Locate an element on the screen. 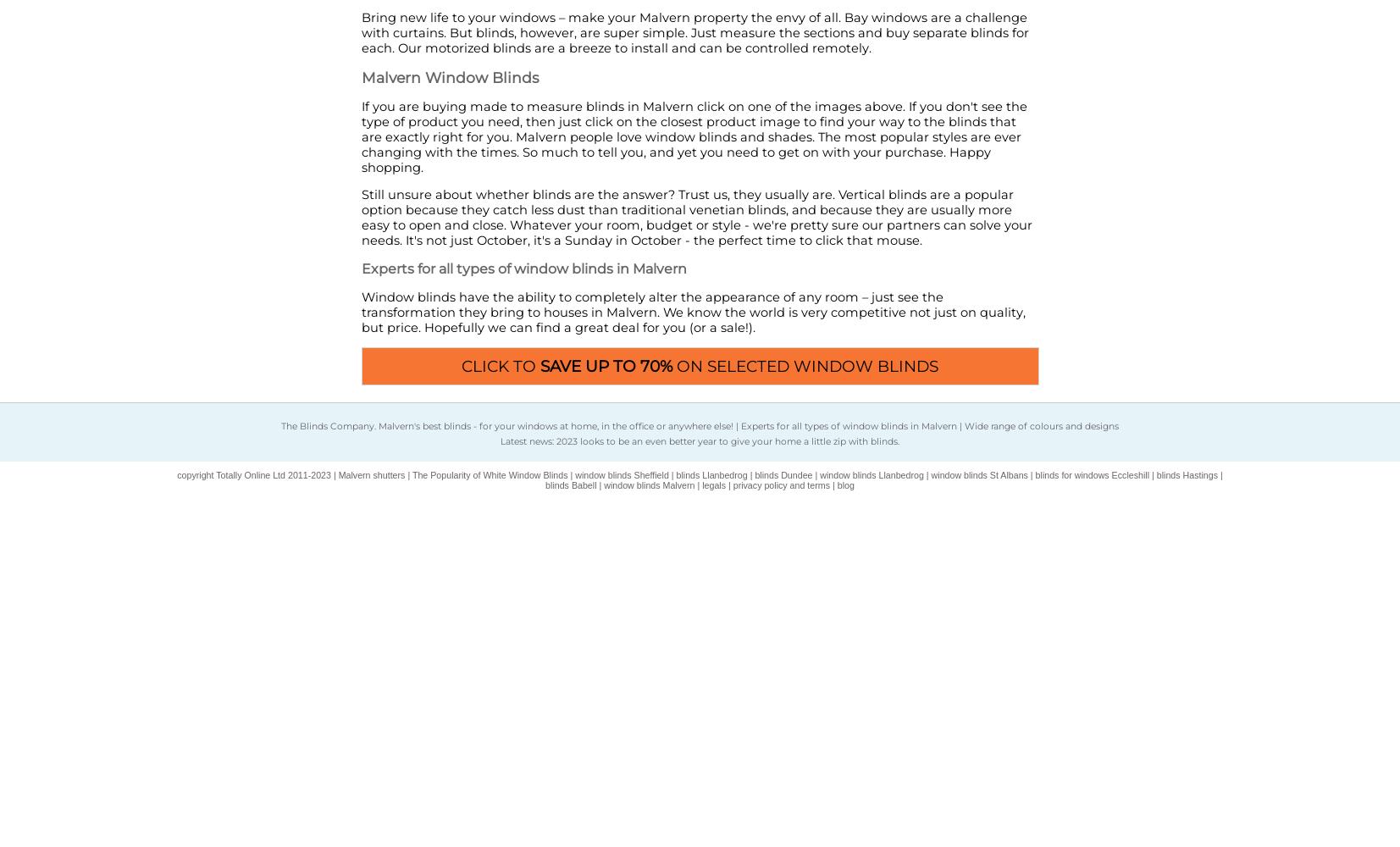  'window blinds Llanbedrog' is located at coordinates (819, 475).